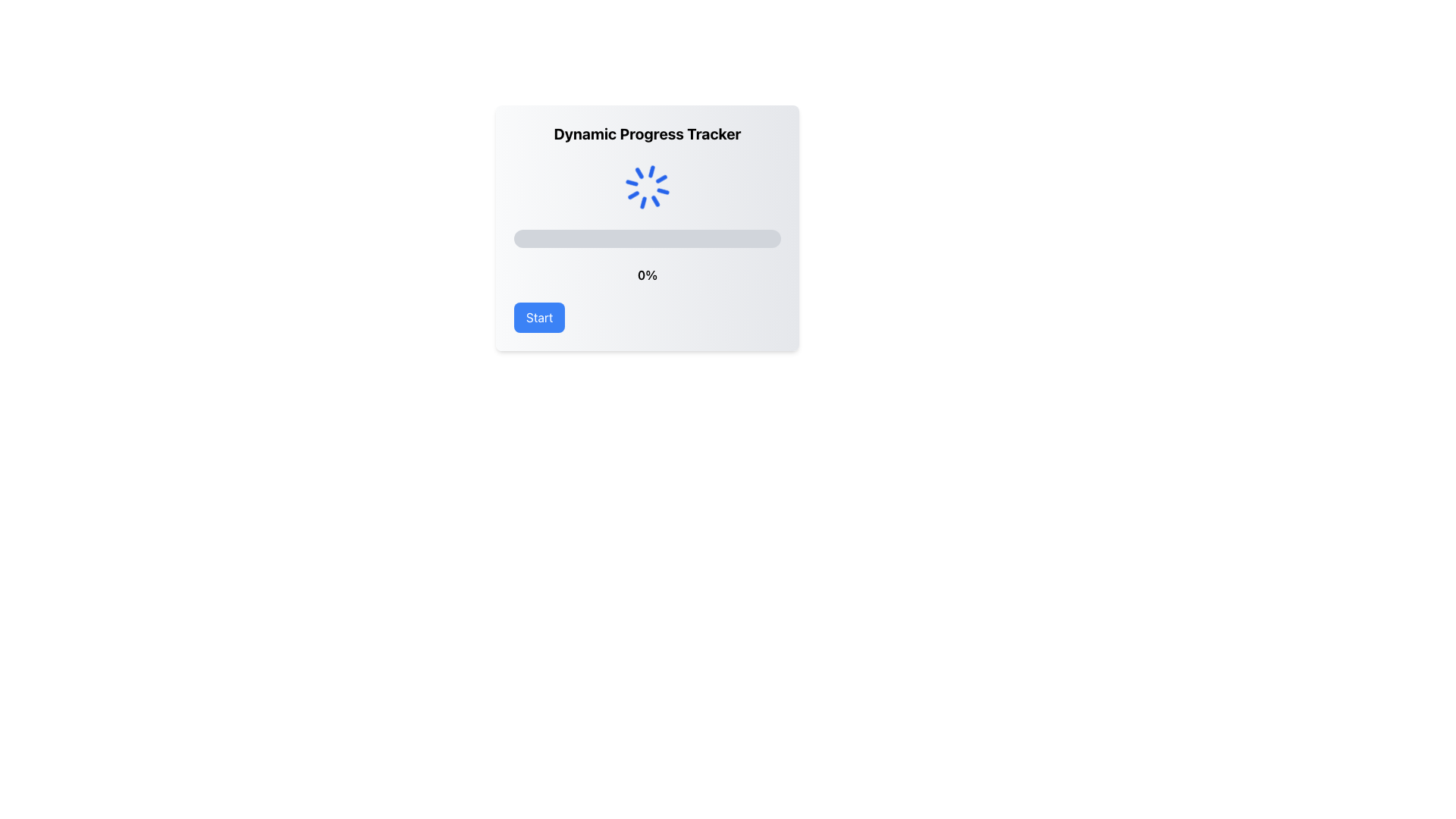 The image size is (1456, 819). What do you see at coordinates (648, 186) in the screenshot?
I see `the loading spinner located below the title 'Dynamic Progress Tracker' and above the progress bar` at bounding box center [648, 186].